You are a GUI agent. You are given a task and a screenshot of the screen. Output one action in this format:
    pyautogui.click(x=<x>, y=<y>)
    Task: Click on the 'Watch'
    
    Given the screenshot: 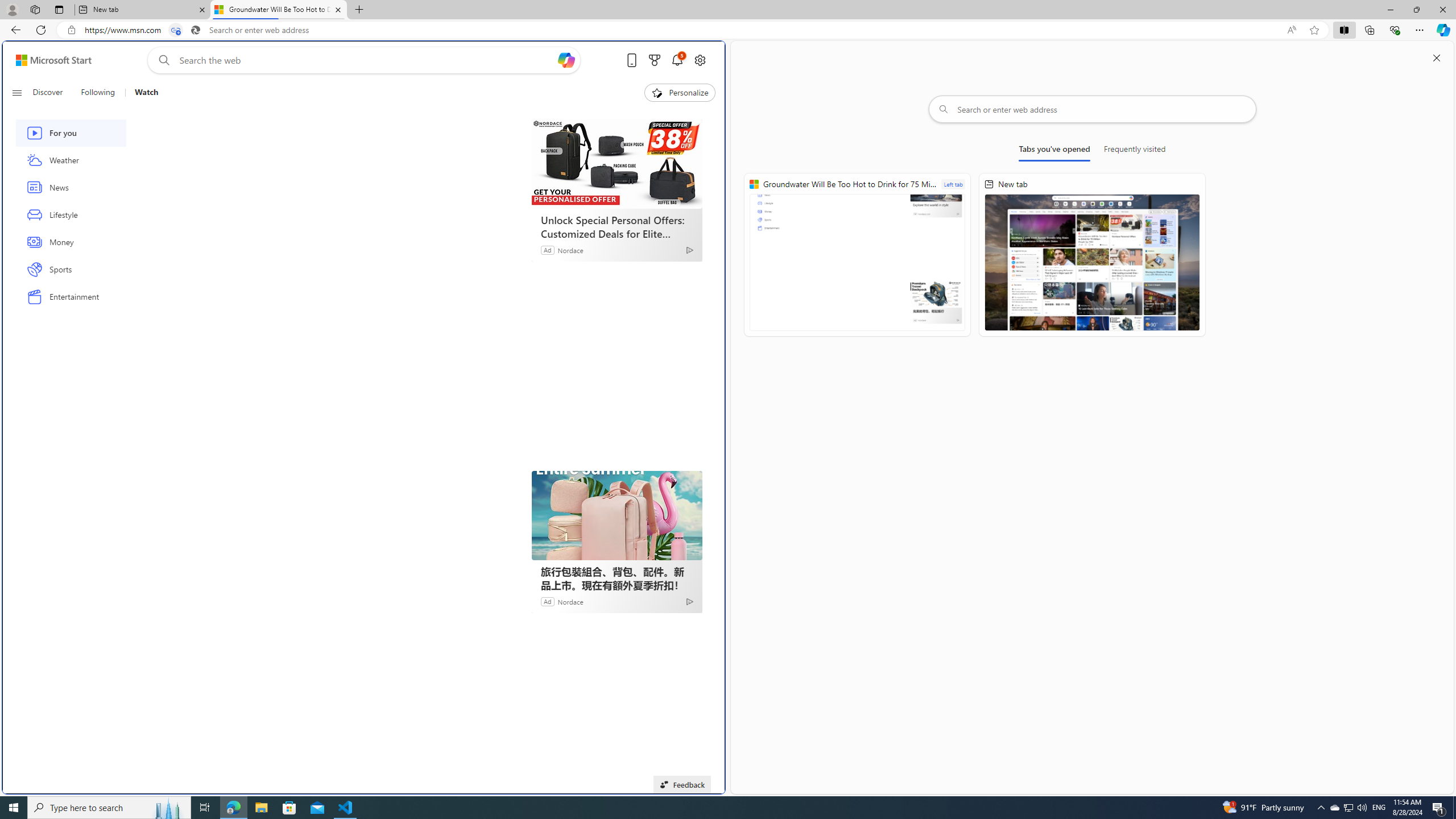 What is the action you would take?
    pyautogui.click(x=141, y=92)
    